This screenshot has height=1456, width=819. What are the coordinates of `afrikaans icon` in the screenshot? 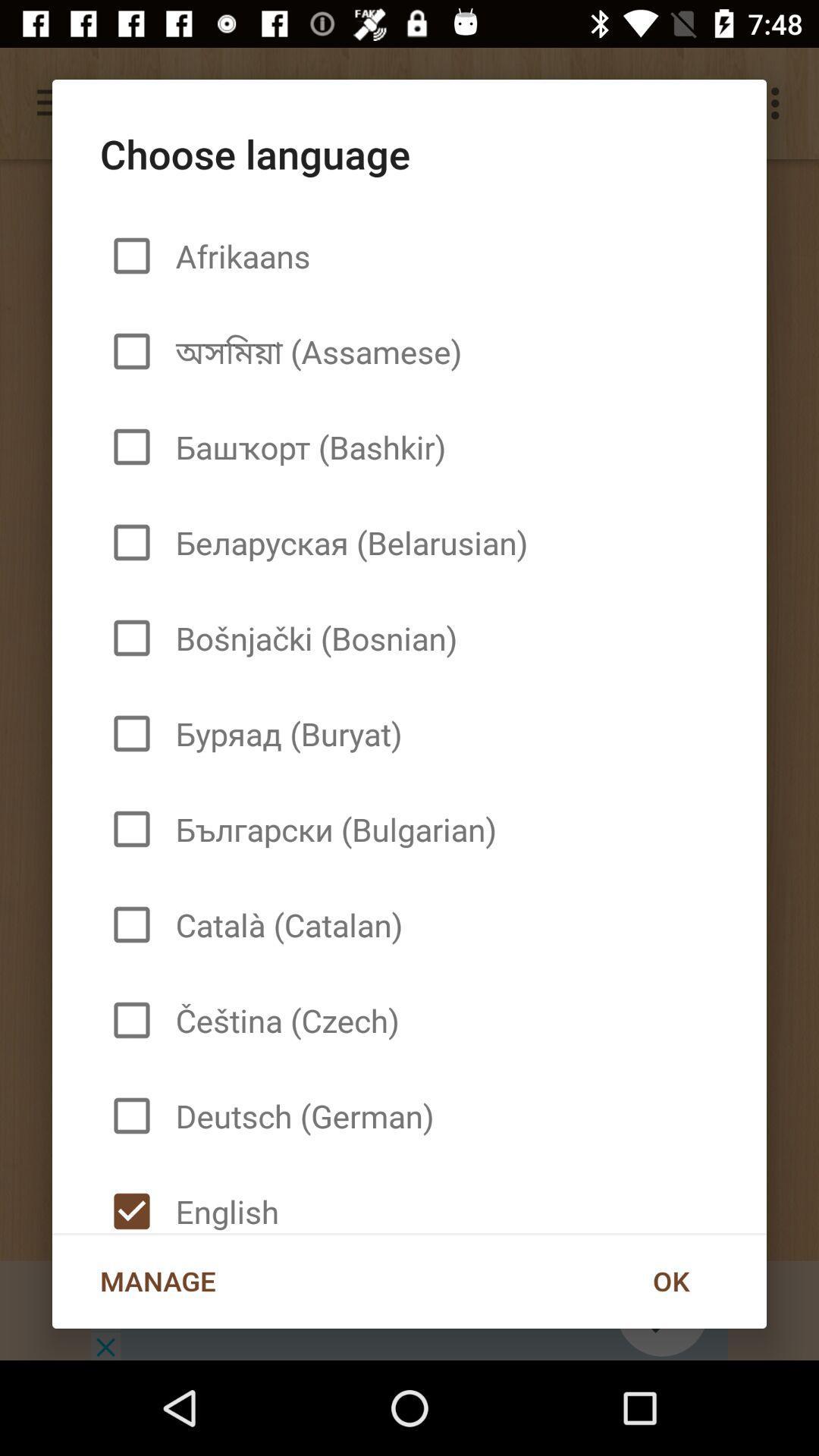 It's located at (237, 256).